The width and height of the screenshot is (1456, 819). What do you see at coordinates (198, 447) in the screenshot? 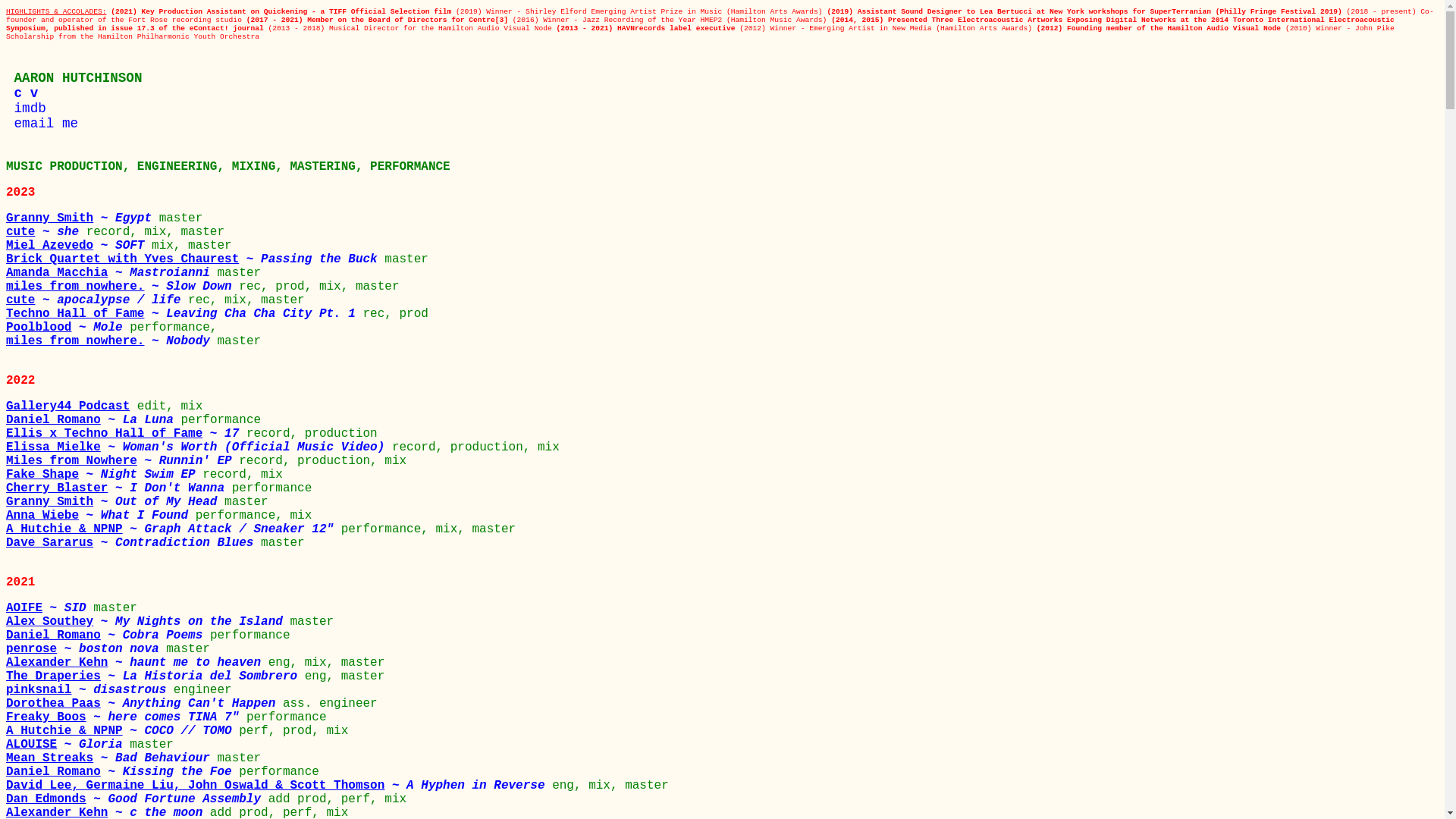
I see `'Elissa Mielke ~ Woman's Worth (Official Music Video)'` at bounding box center [198, 447].